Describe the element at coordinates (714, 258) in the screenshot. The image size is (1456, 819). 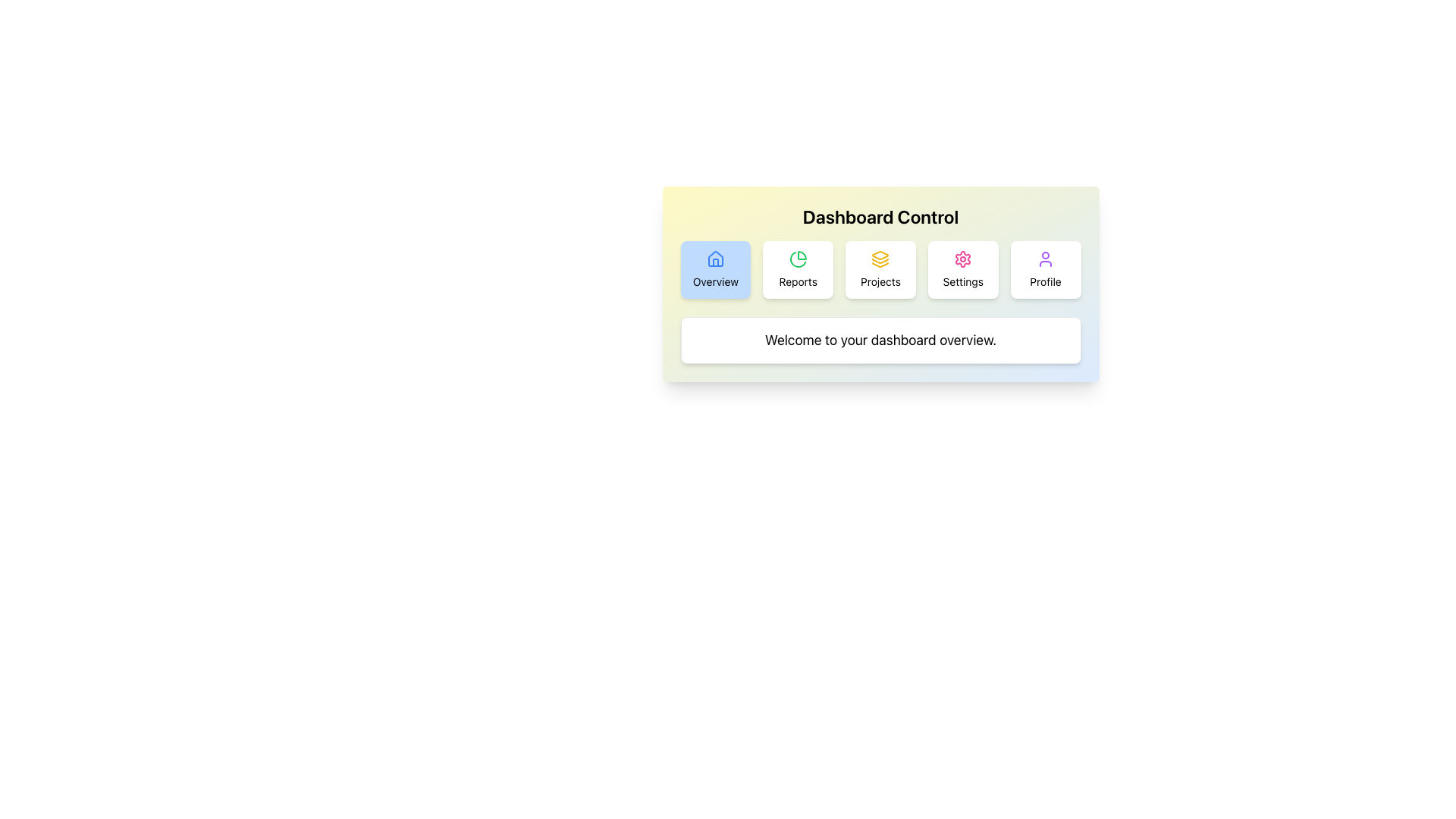
I see `the blue house icon located inside the 'Overview' button, which is the leftmost button in the navigation bar at the top of the dashboard` at that location.